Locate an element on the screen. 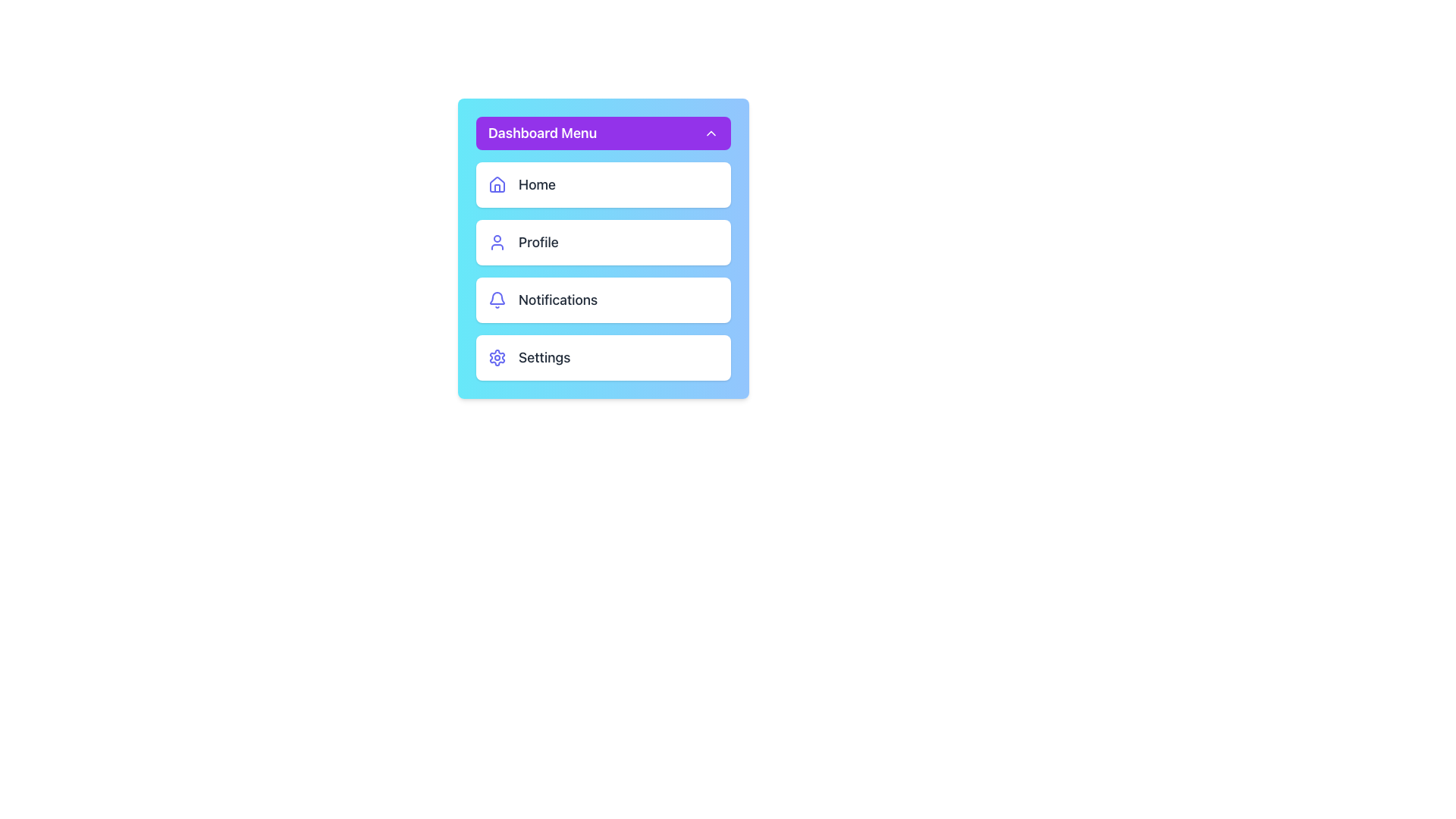 Image resolution: width=1456 pixels, height=819 pixels. 'Profile' text label, which is displayed in bold, medium-sized dark gray font to understand its purpose is located at coordinates (538, 242).